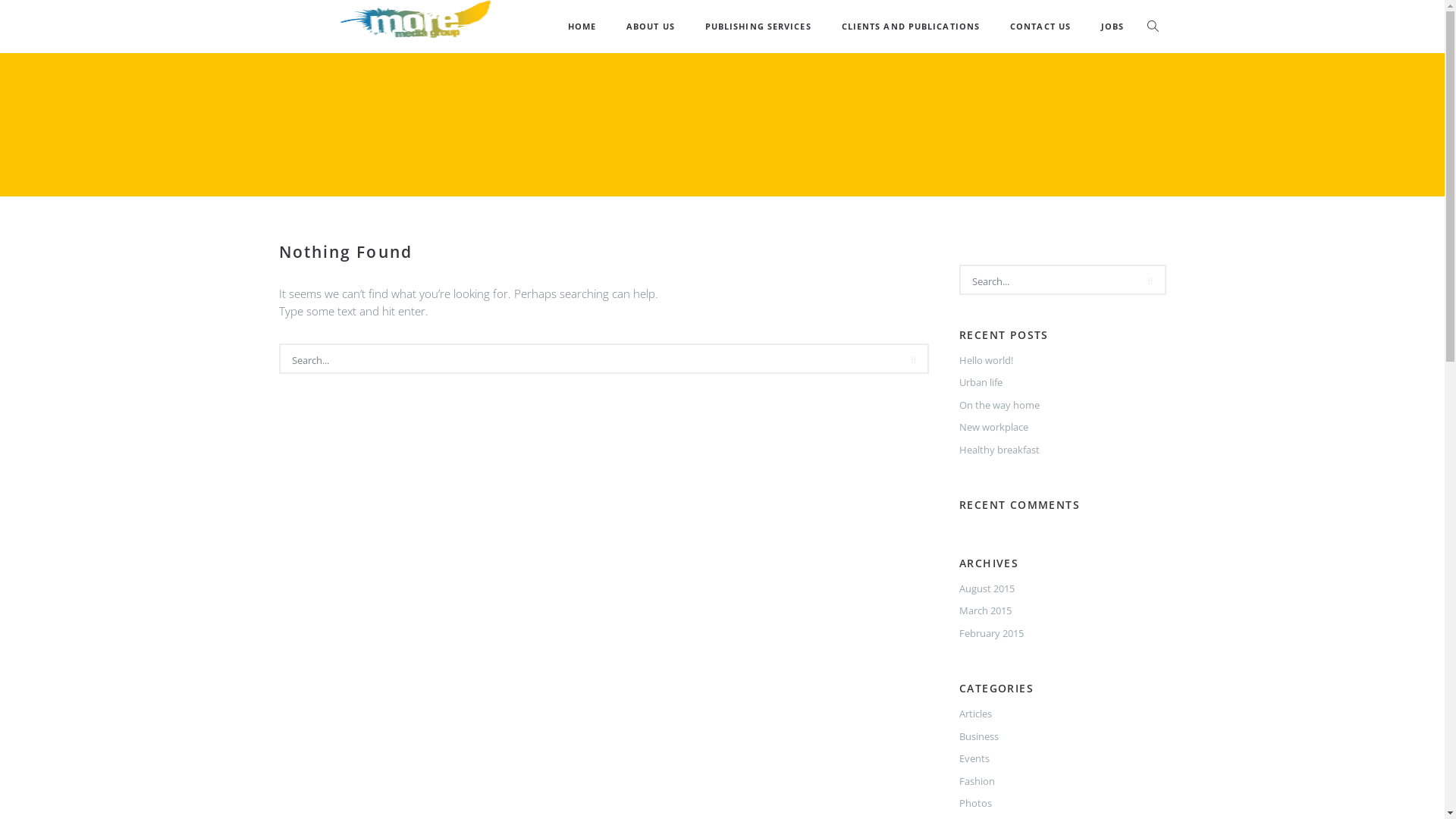 This screenshot has height=819, width=1456. I want to click on 'CONTACT US', so click(1040, 26).